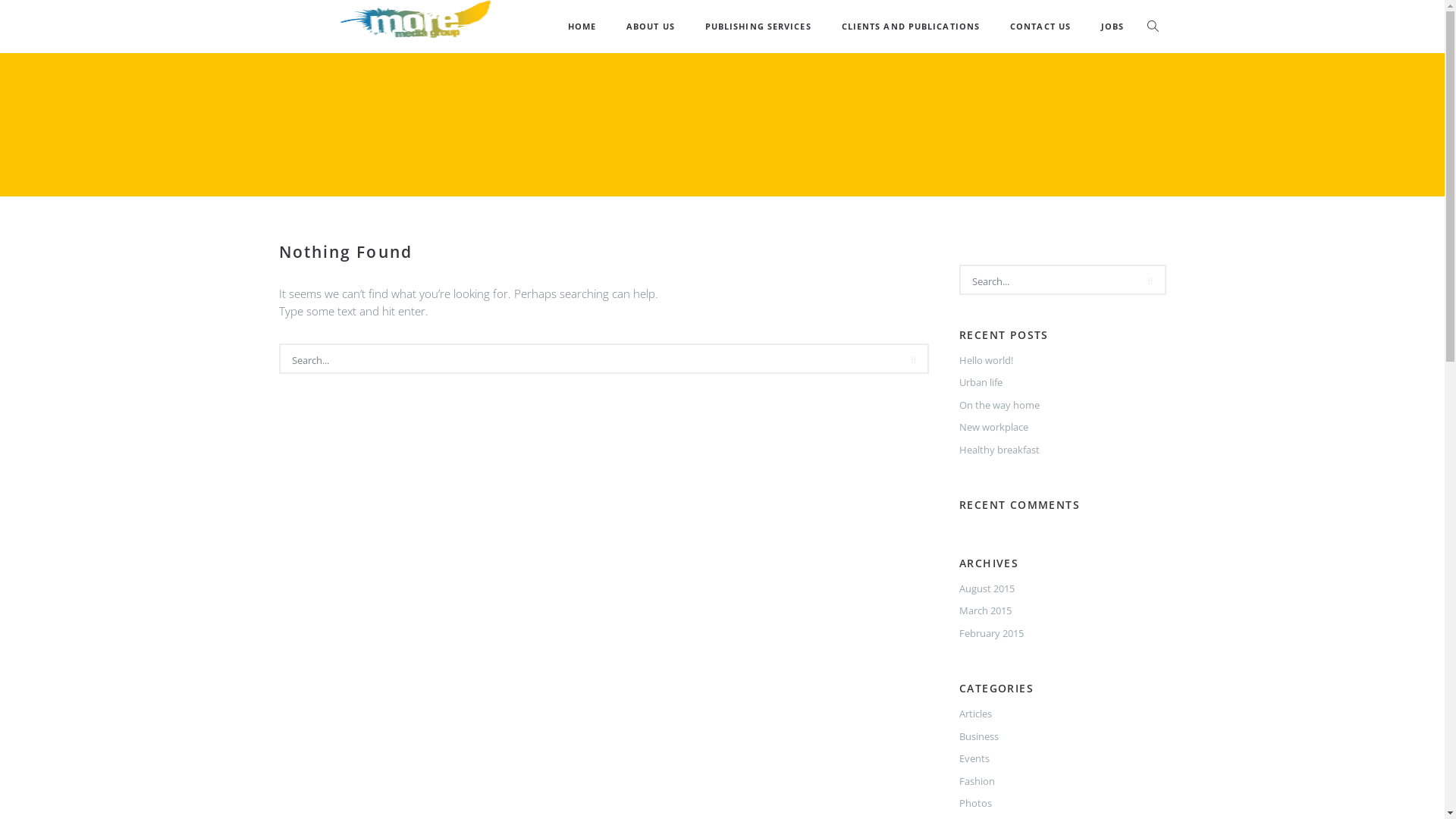 This screenshot has height=819, width=1456. I want to click on 'CONTACT US', so click(1040, 26).